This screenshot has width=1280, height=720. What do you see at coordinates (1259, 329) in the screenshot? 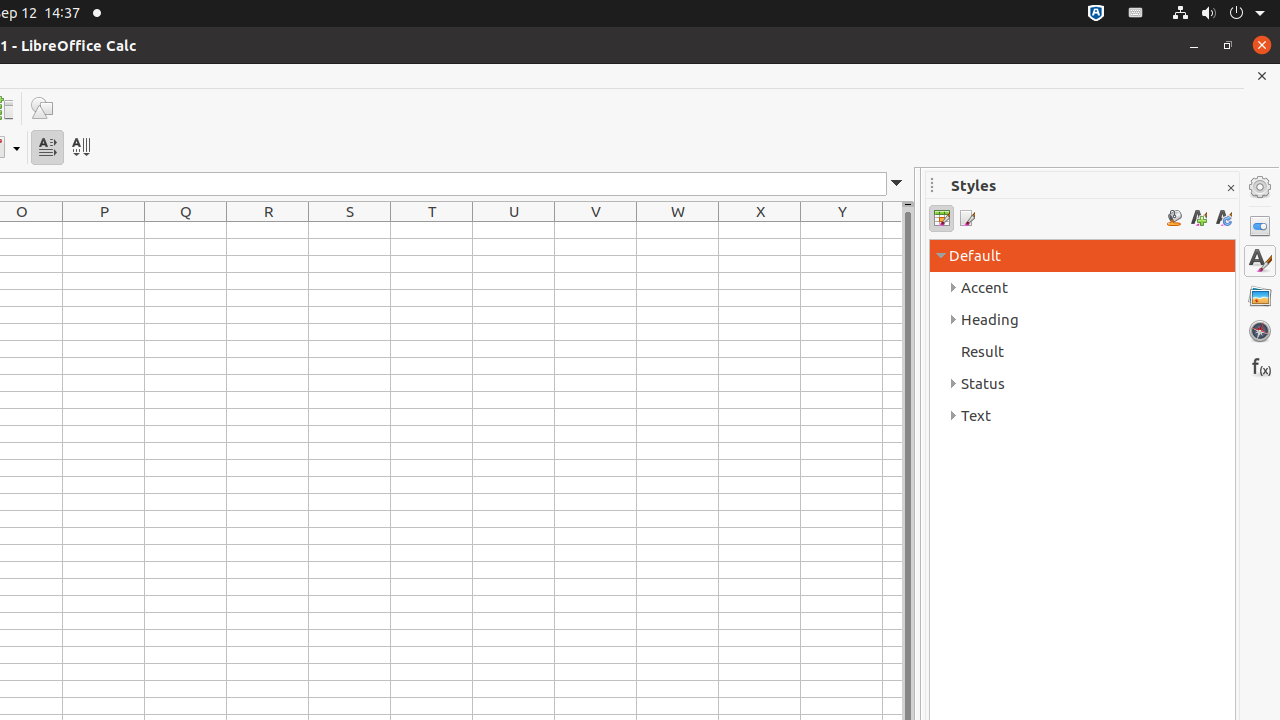
I see `'Navigator'` at bounding box center [1259, 329].